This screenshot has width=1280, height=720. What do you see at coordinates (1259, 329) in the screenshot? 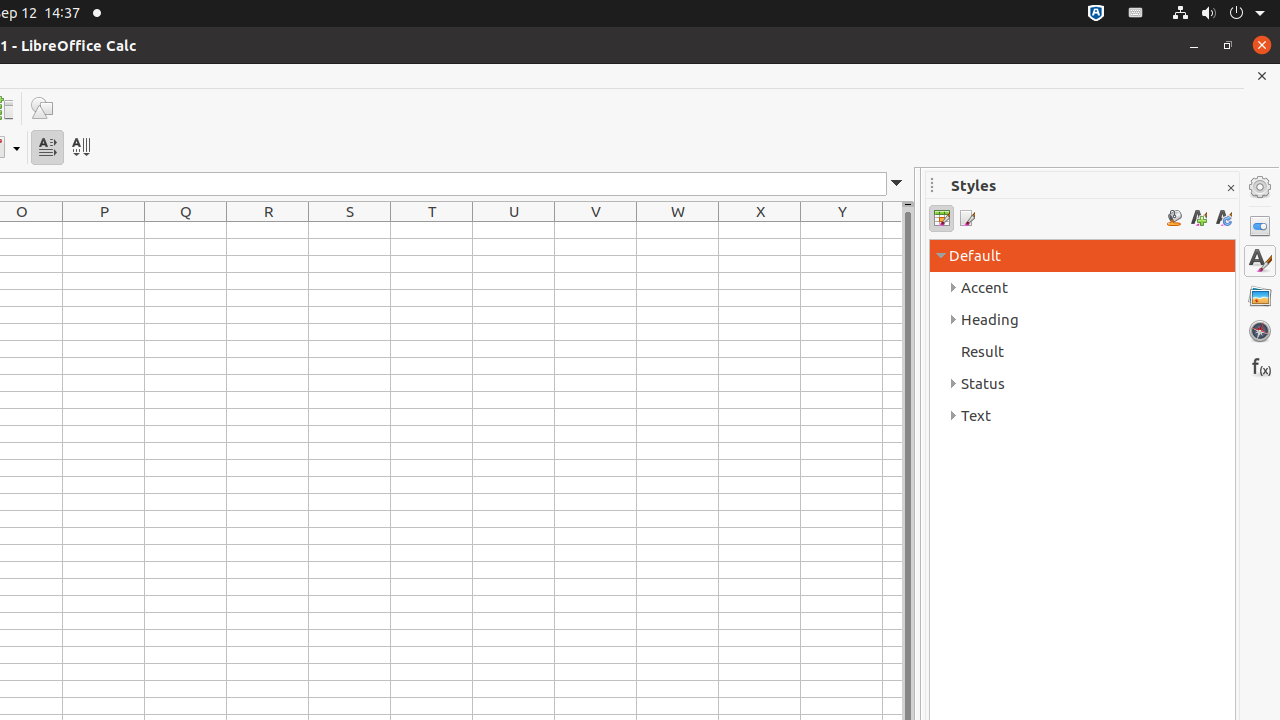
I see `'Navigator'` at bounding box center [1259, 329].